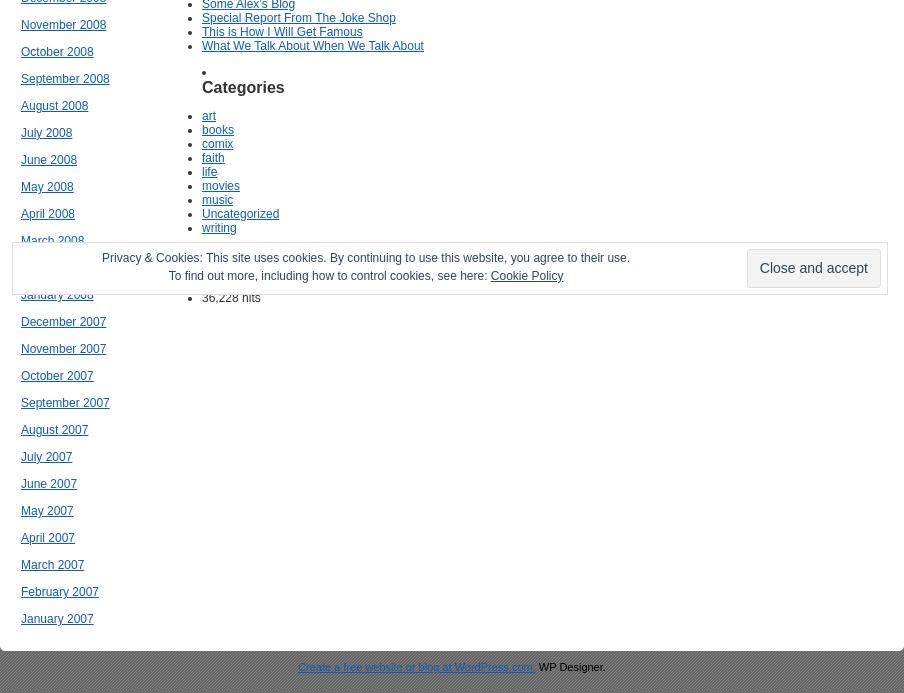  I want to click on 'February 2008', so click(60, 266).